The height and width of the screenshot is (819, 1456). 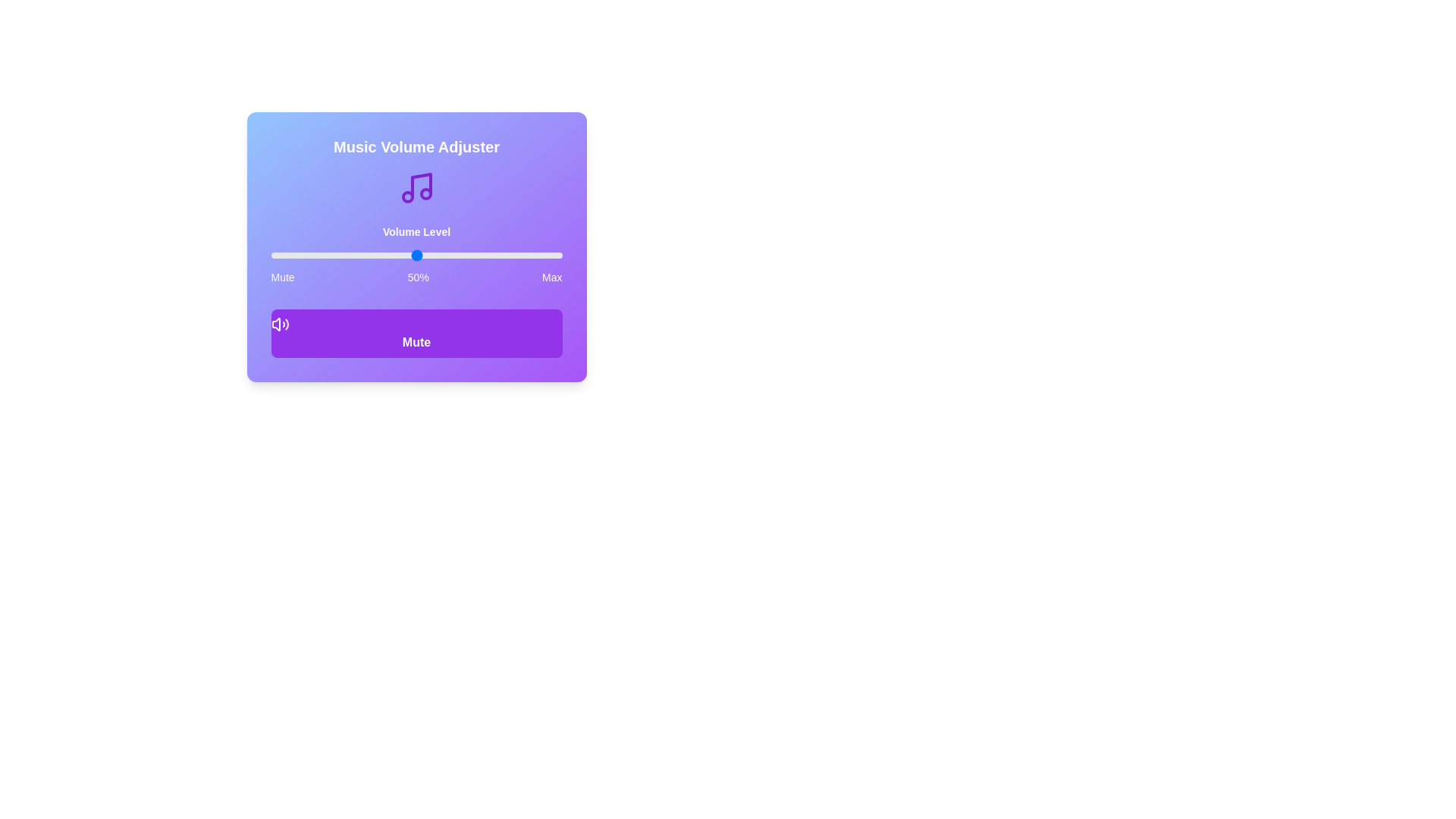 I want to click on mute/unmute button to toggle the mute state, so click(x=416, y=332).